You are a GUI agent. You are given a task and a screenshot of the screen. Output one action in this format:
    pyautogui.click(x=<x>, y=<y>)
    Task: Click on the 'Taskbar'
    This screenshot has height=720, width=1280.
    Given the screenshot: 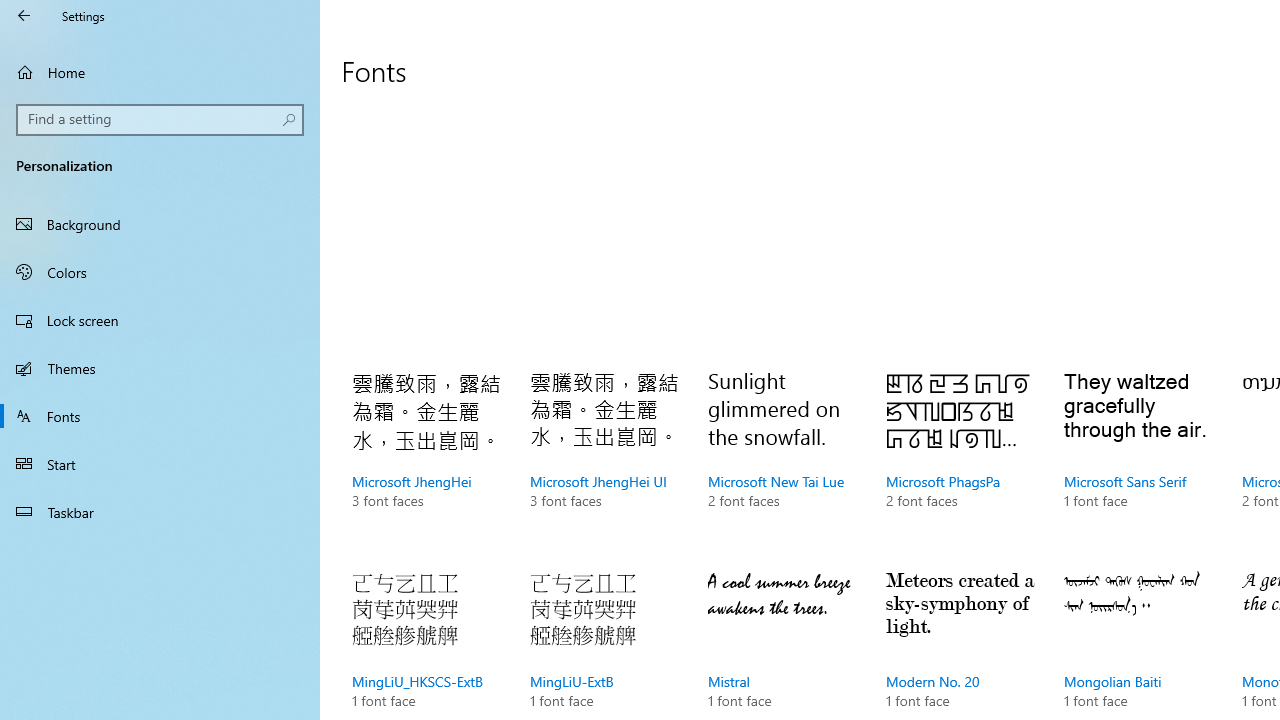 What is the action you would take?
    pyautogui.click(x=160, y=510)
    